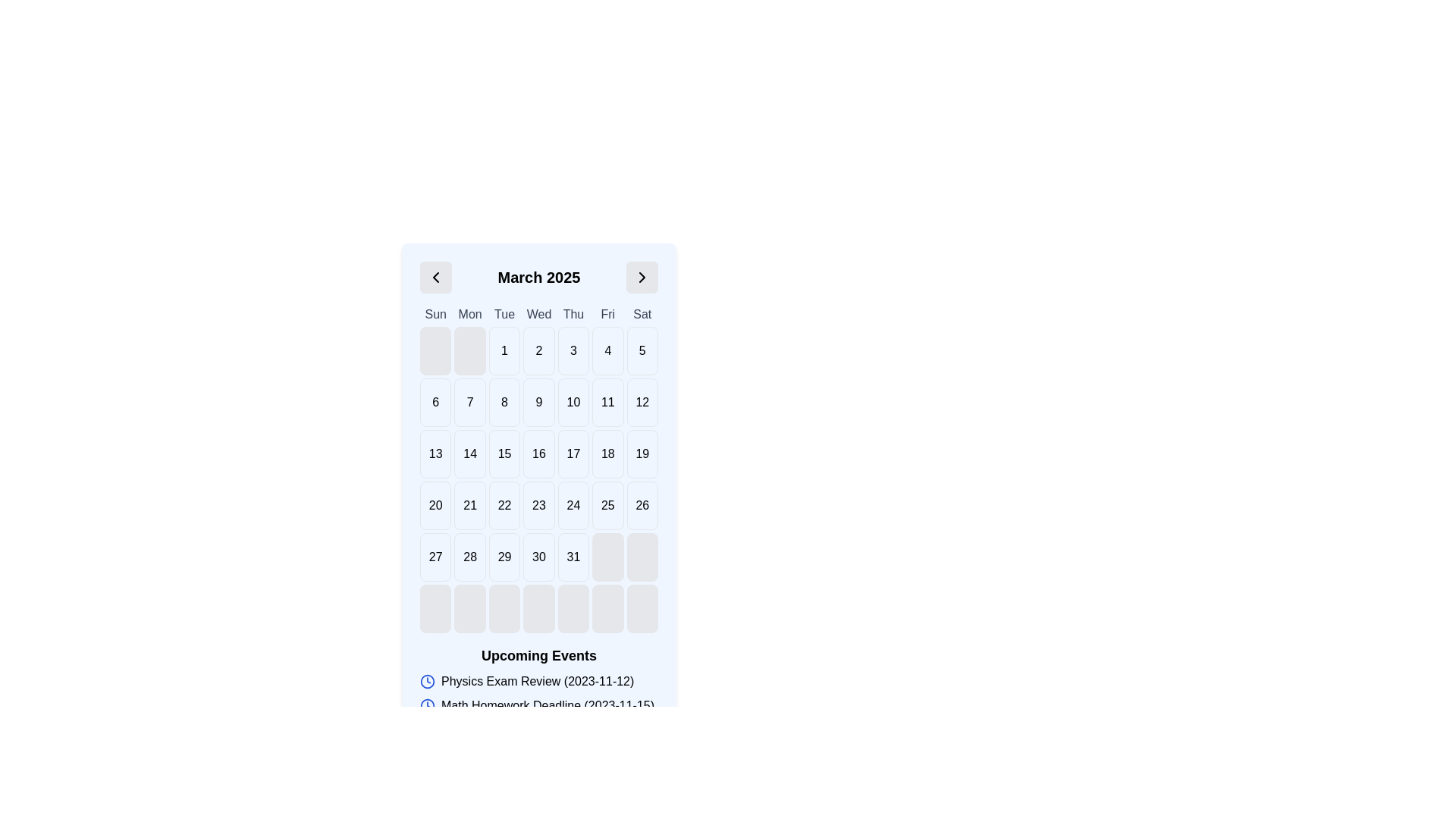 The height and width of the screenshot is (819, 1456). Describe the element at coordinates (642, 278) in the screenshot. I see `the rightmost navigation button` at that location.